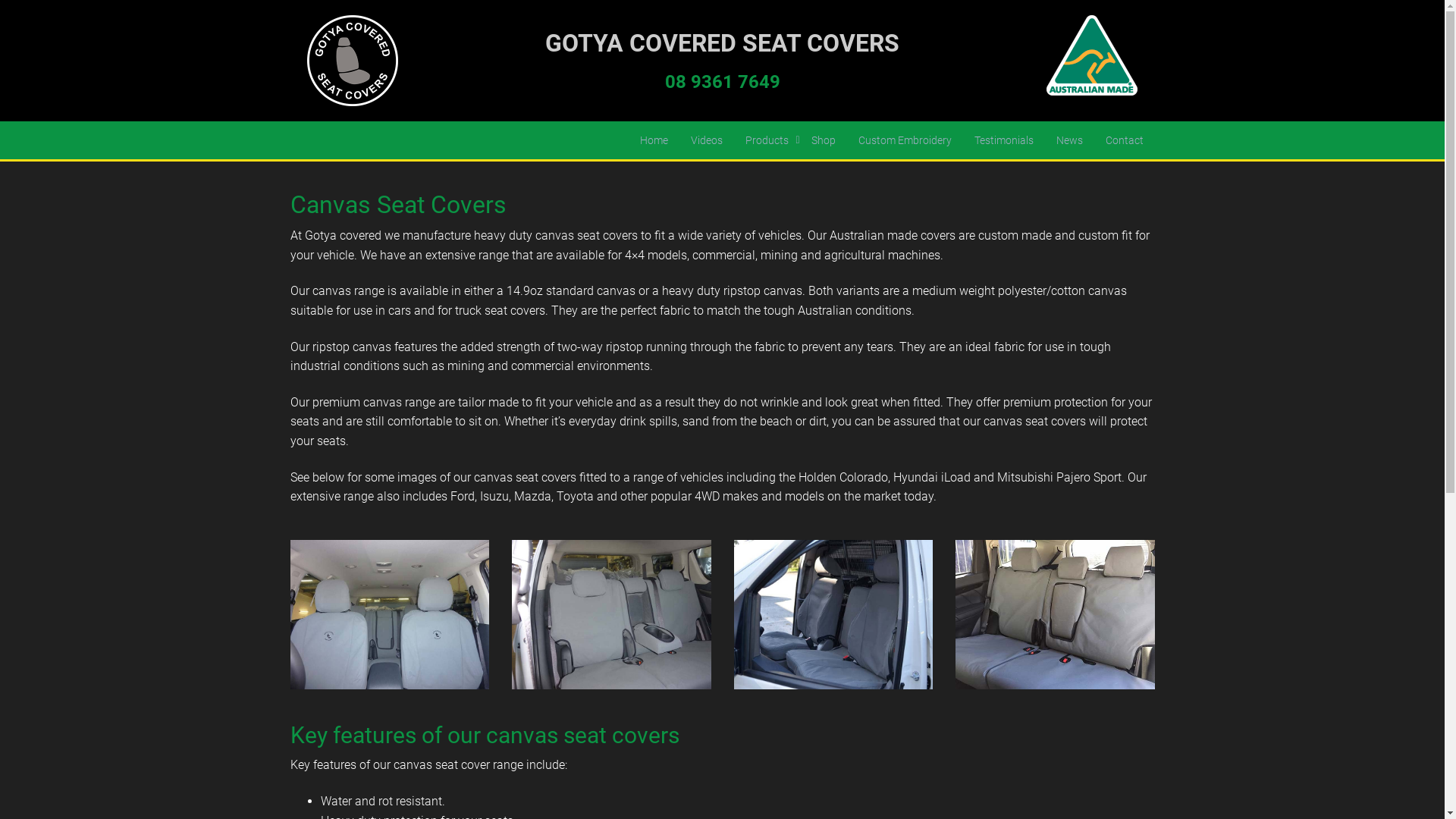 Image resolution: width=1456 pixels, height=819 pixels. I want to click on 'Videos', so click(705, 140).